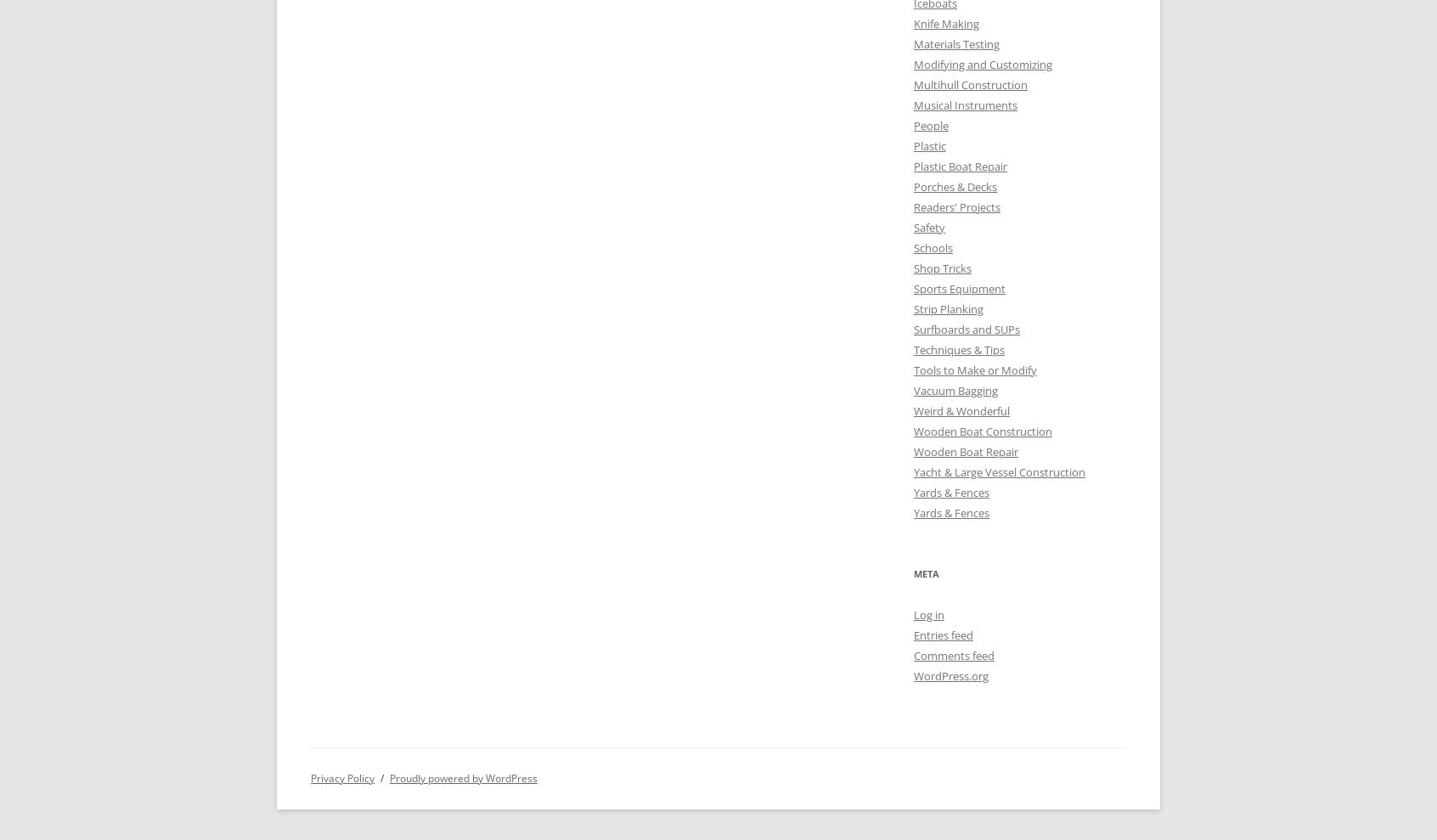 This screenshot has width=1437, height=840. I want to click on 'Vacuum Bagging', so click(913, 388).